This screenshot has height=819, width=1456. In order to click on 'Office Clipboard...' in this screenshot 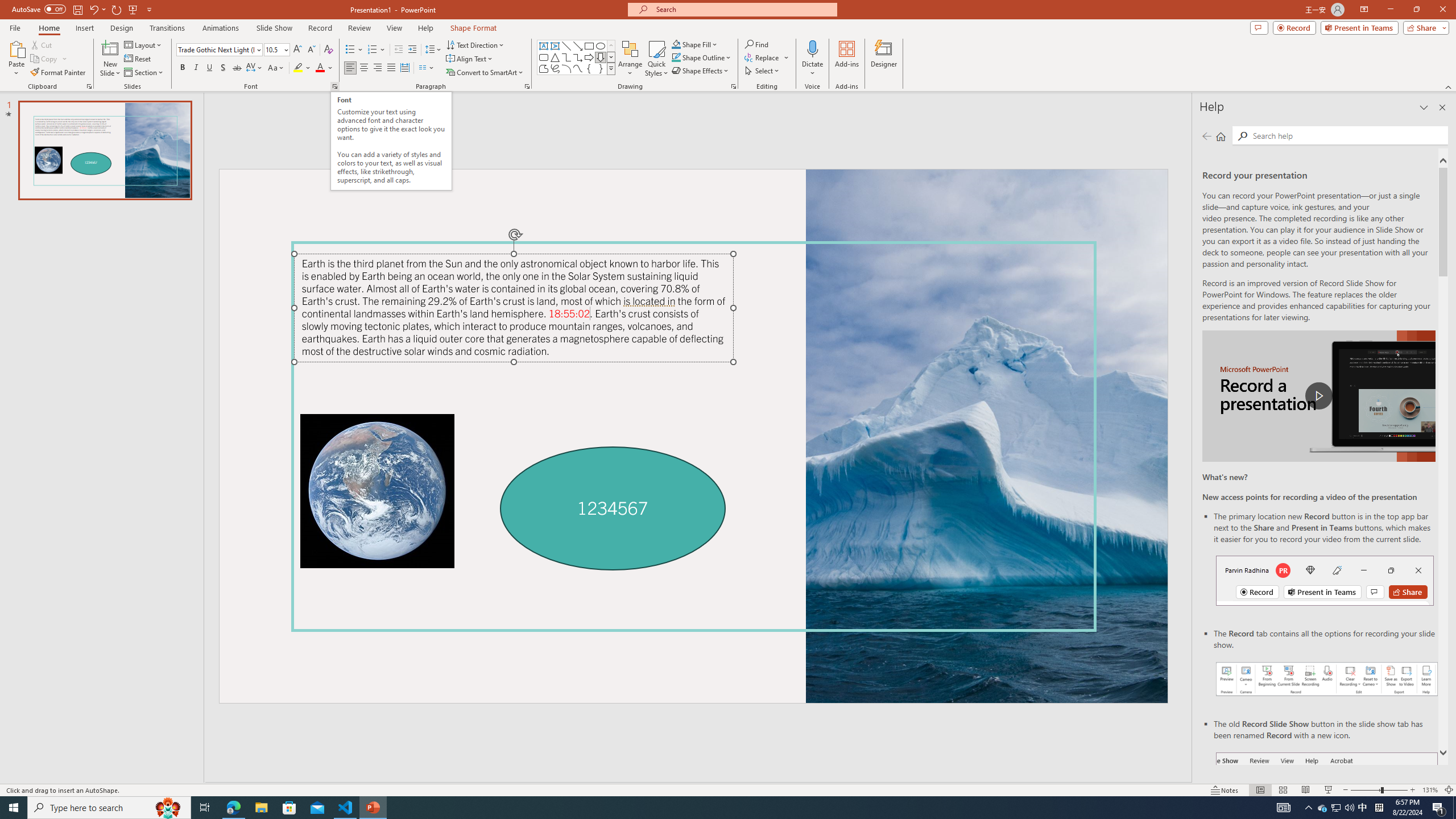, I will do `click(88, 85)`.